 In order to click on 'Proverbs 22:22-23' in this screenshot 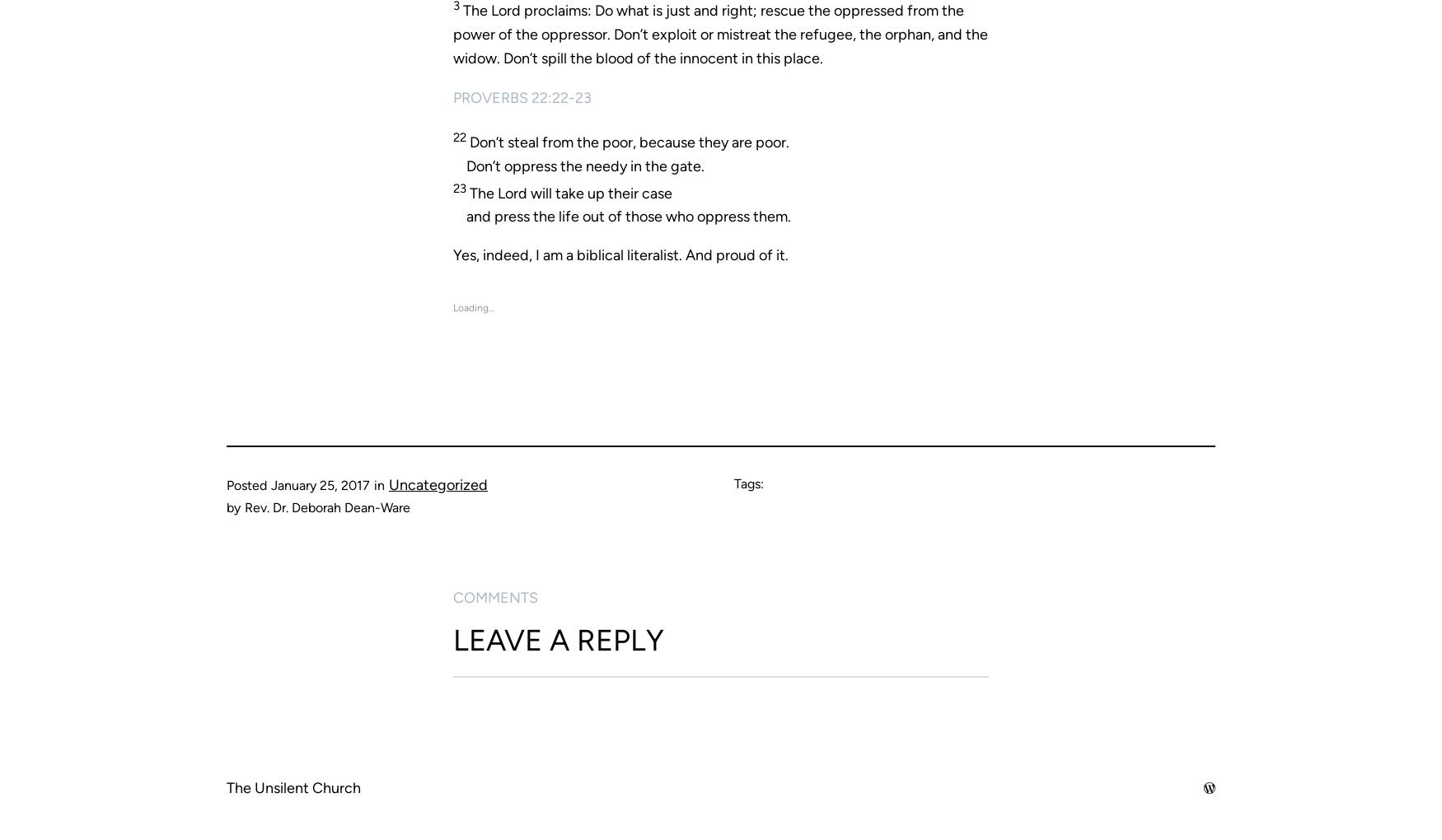, I will do `click(522, 97)`.